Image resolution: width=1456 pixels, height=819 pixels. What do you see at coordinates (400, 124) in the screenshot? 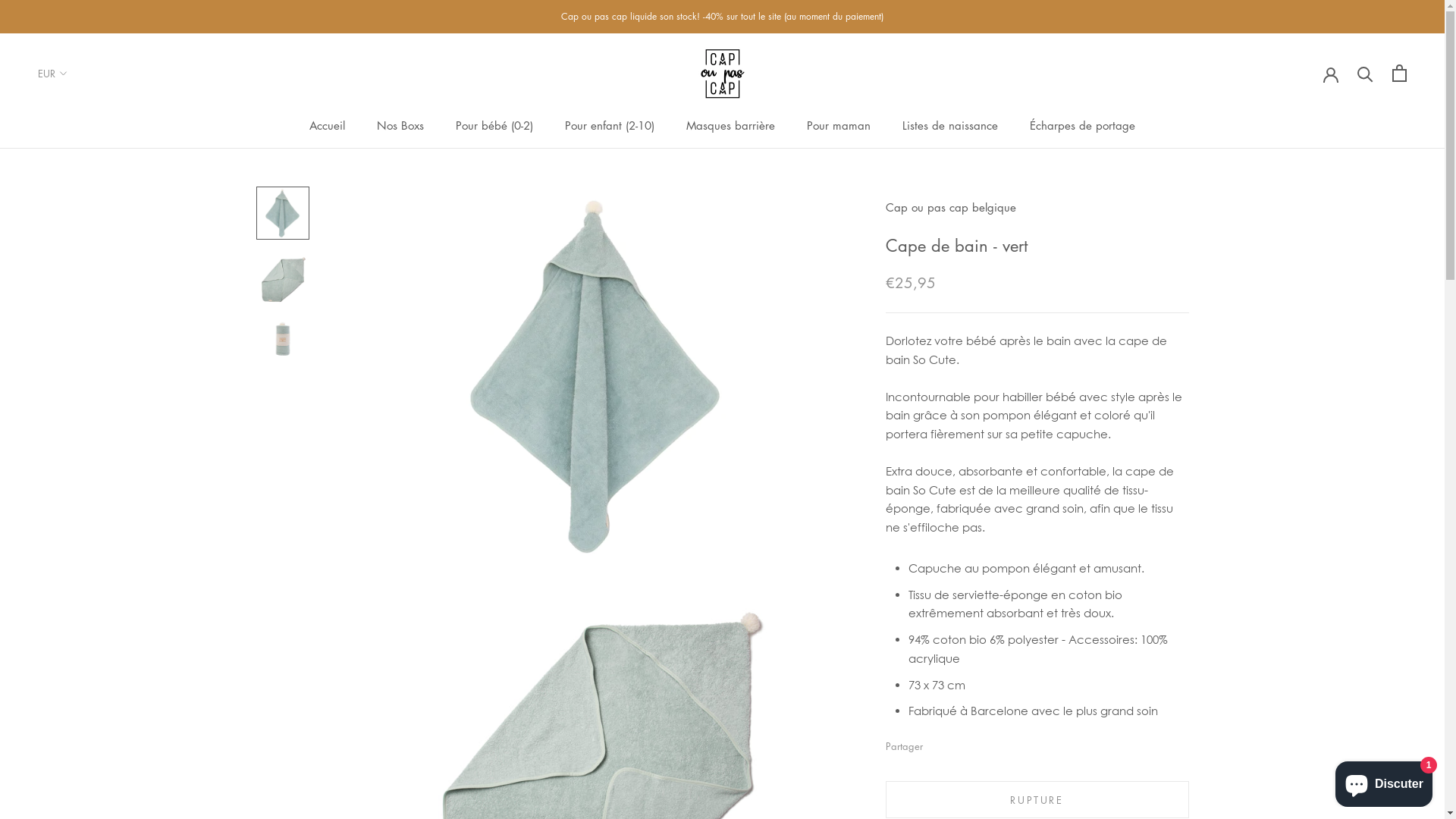
I see `'Nos Boxs'` at bounding box center [400, 124].